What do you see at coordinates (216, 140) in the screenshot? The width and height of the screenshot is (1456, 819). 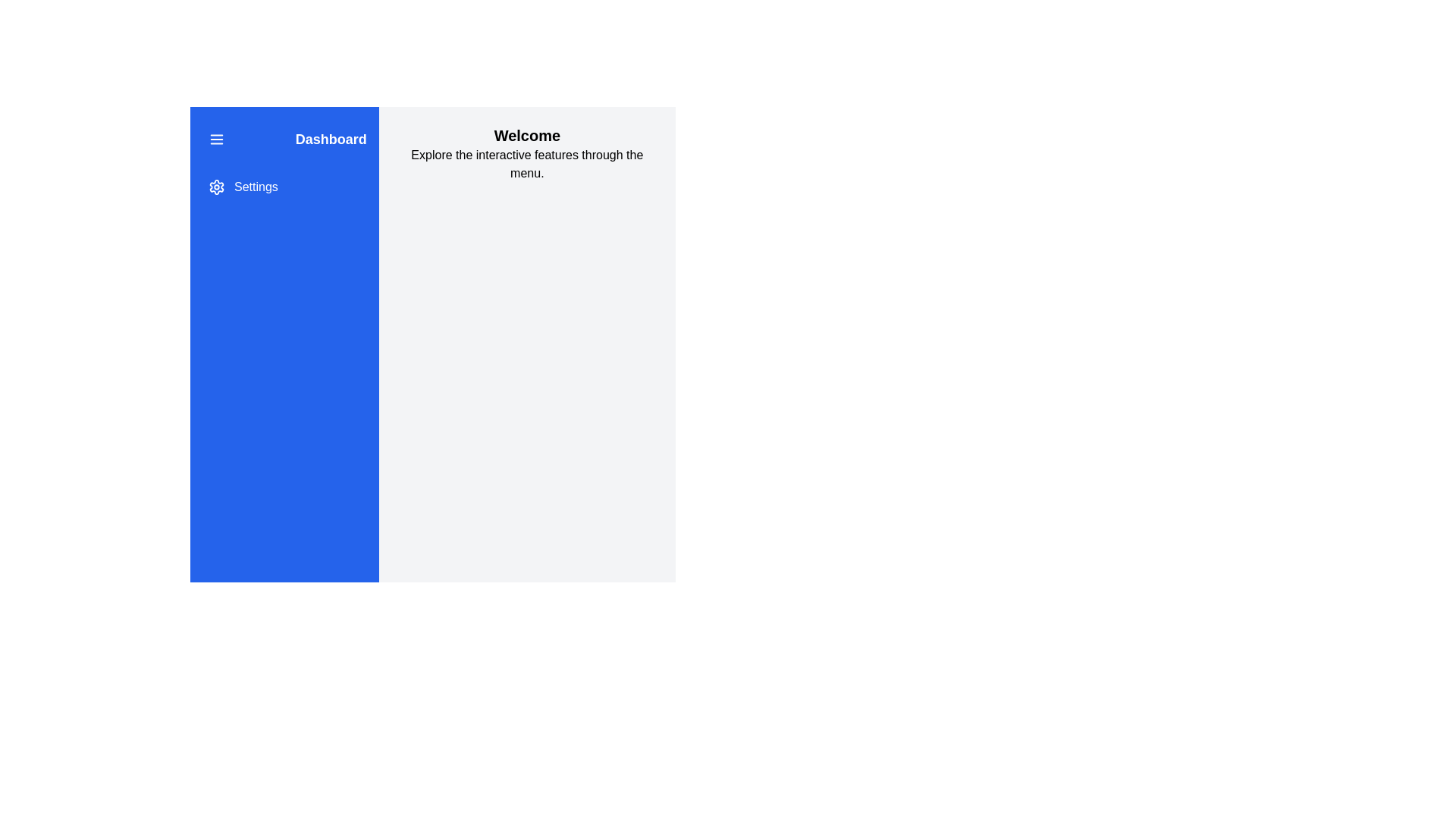 I see `the button with a hamburger menu icon located at the top-left corner of the blue sidebar` at bounding box center [216, 140].